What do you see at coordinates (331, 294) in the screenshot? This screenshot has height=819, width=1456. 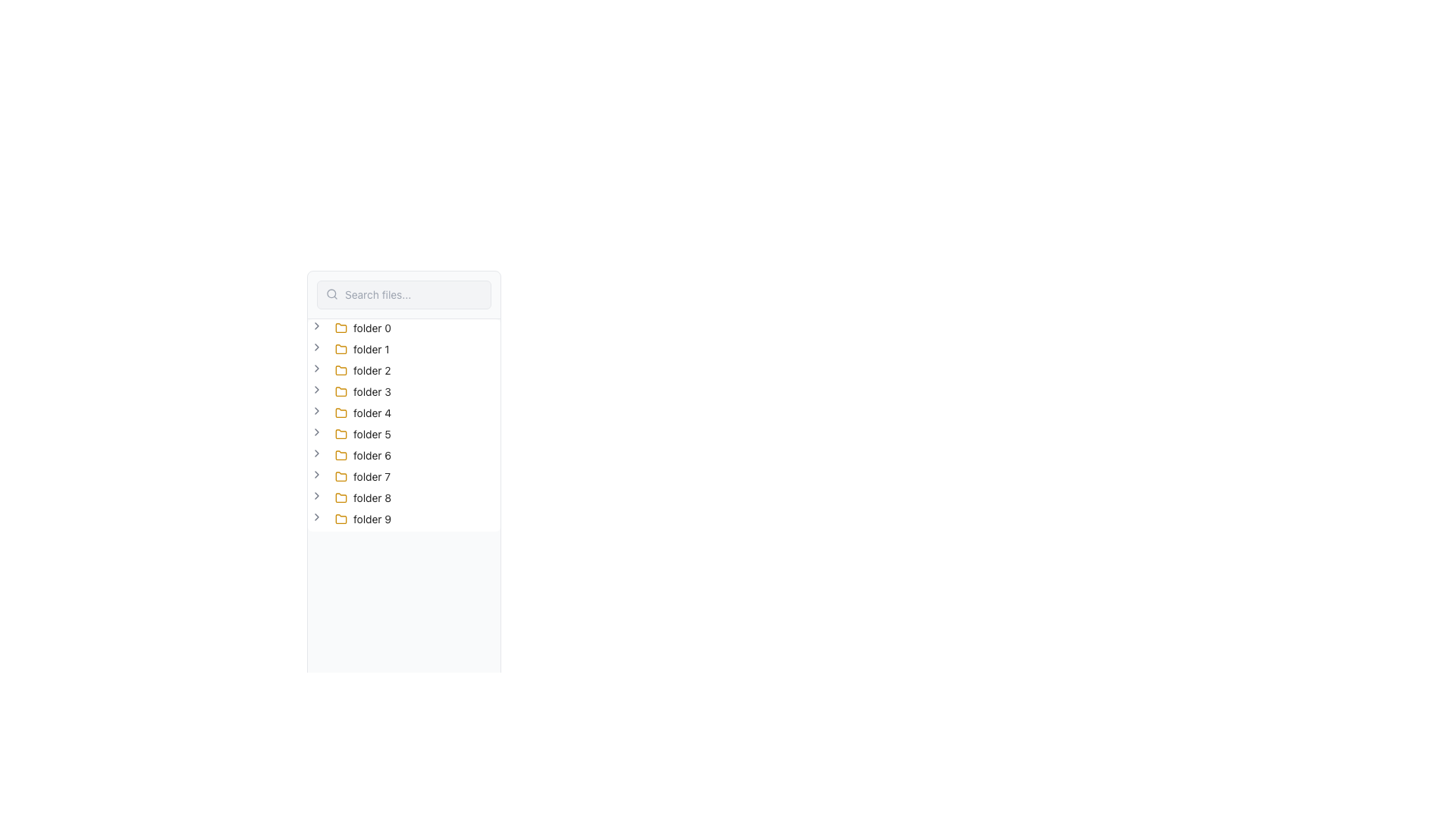 I see `the small gray search icon, represented as an outlined magnifying glass, located on the left side inside the horizontal search bar` at bounding box center [331, 294].